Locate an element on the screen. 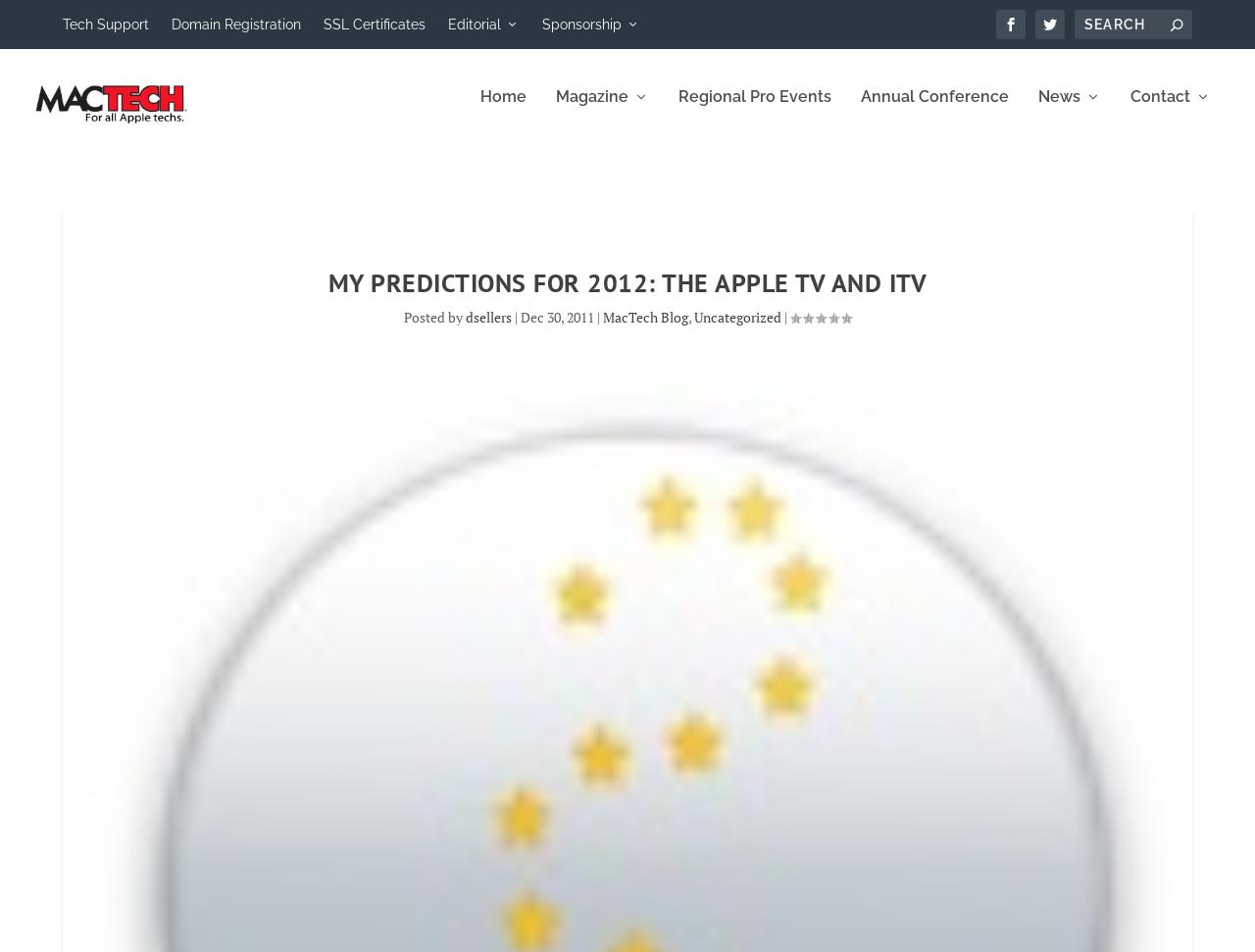  'Customer Service' is located at coordinates (1080, 208).